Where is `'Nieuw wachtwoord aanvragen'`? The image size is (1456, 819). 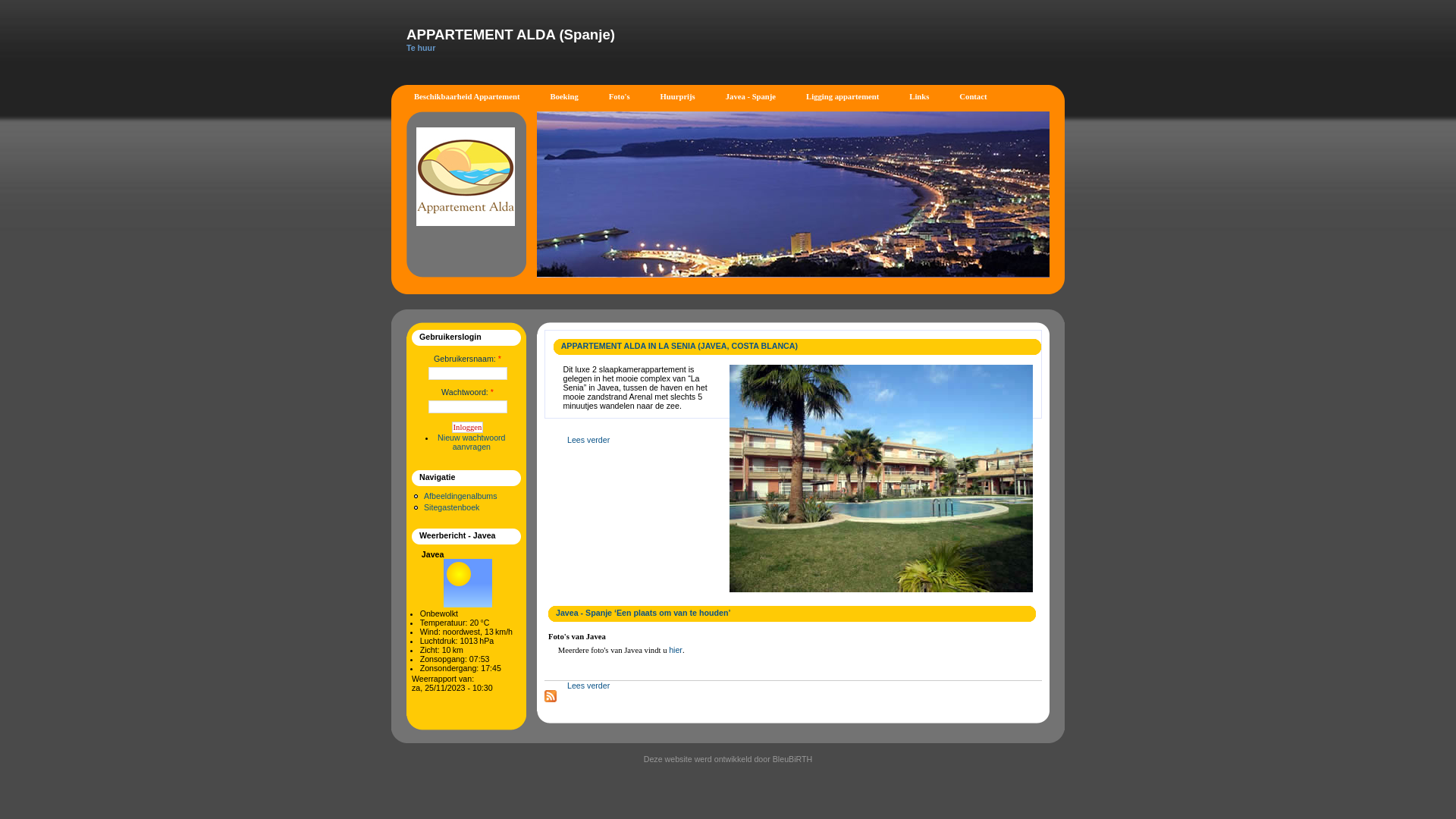
'Nieuw wachtwoord aanvragen' is located at coordinates (470, 441).